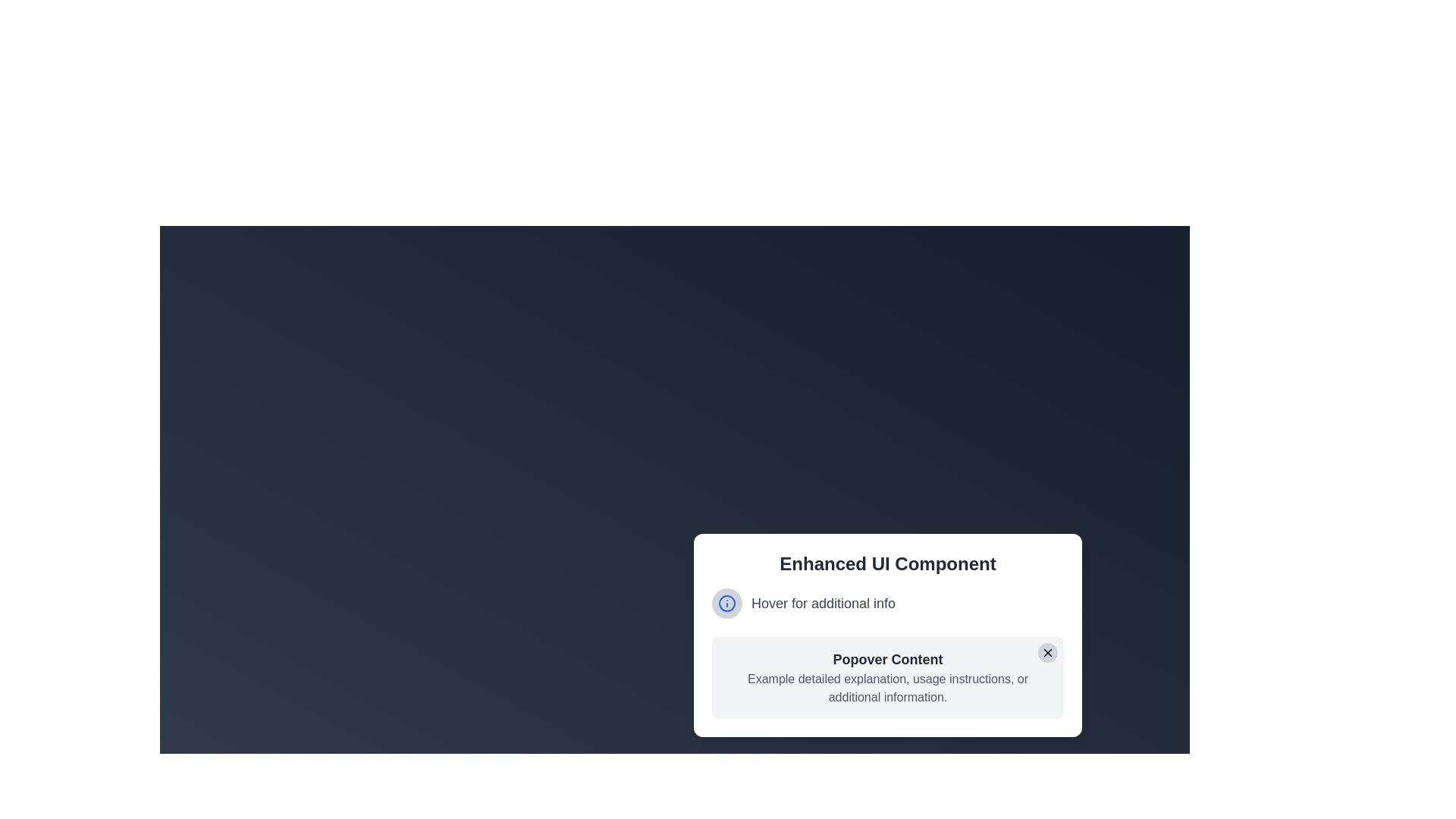 The height and width of the screenshot is (819, 1456). I want to click on the circular blue-bordered icon containing an exclamation mark, so click(726, 602).